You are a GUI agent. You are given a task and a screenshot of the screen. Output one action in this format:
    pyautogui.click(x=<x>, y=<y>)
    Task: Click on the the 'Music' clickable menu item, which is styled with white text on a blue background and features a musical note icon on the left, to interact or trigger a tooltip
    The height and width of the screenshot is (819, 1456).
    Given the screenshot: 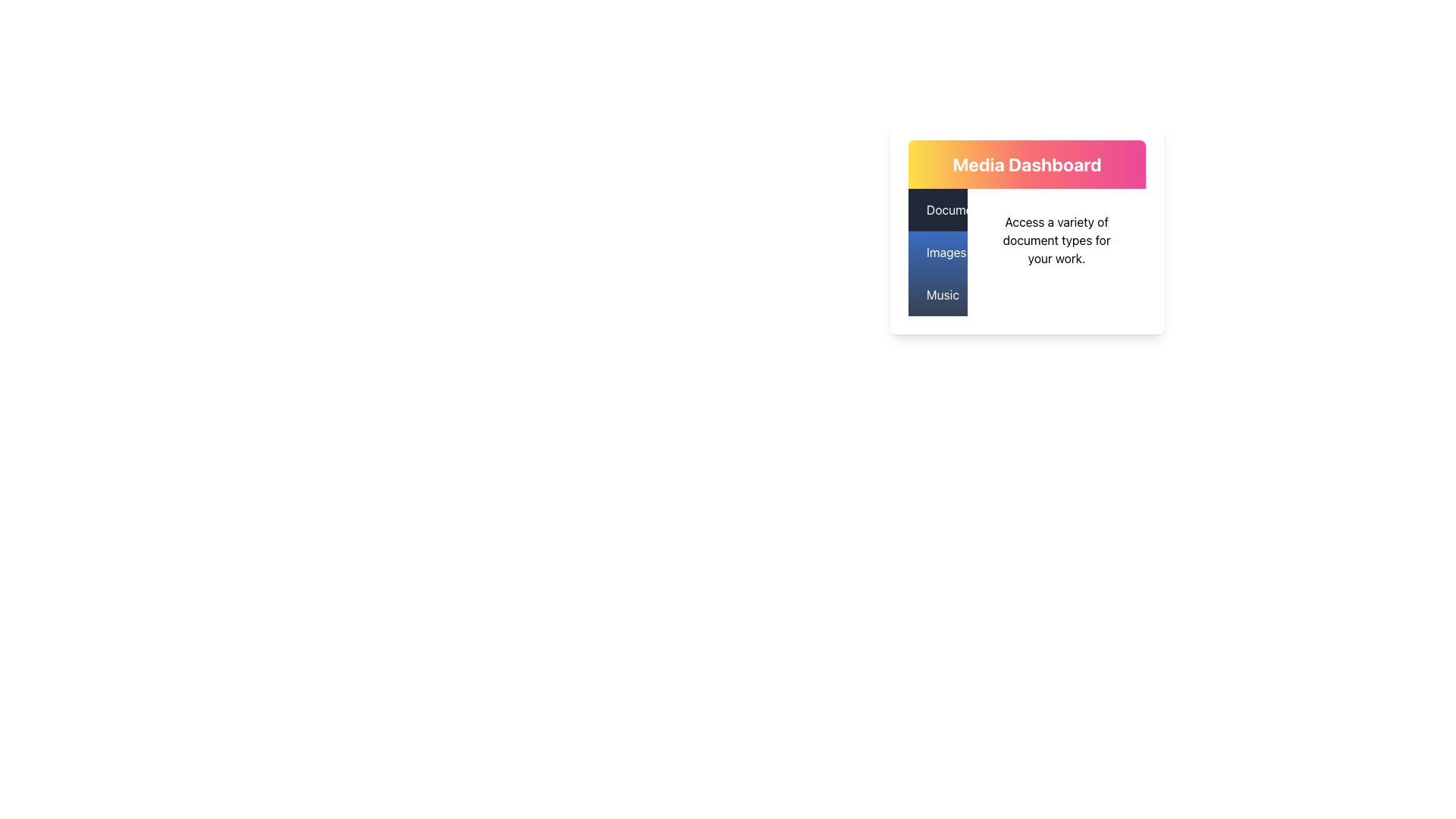 What is the action you would take?
    pyautogui.click(x=937, y=295)
    